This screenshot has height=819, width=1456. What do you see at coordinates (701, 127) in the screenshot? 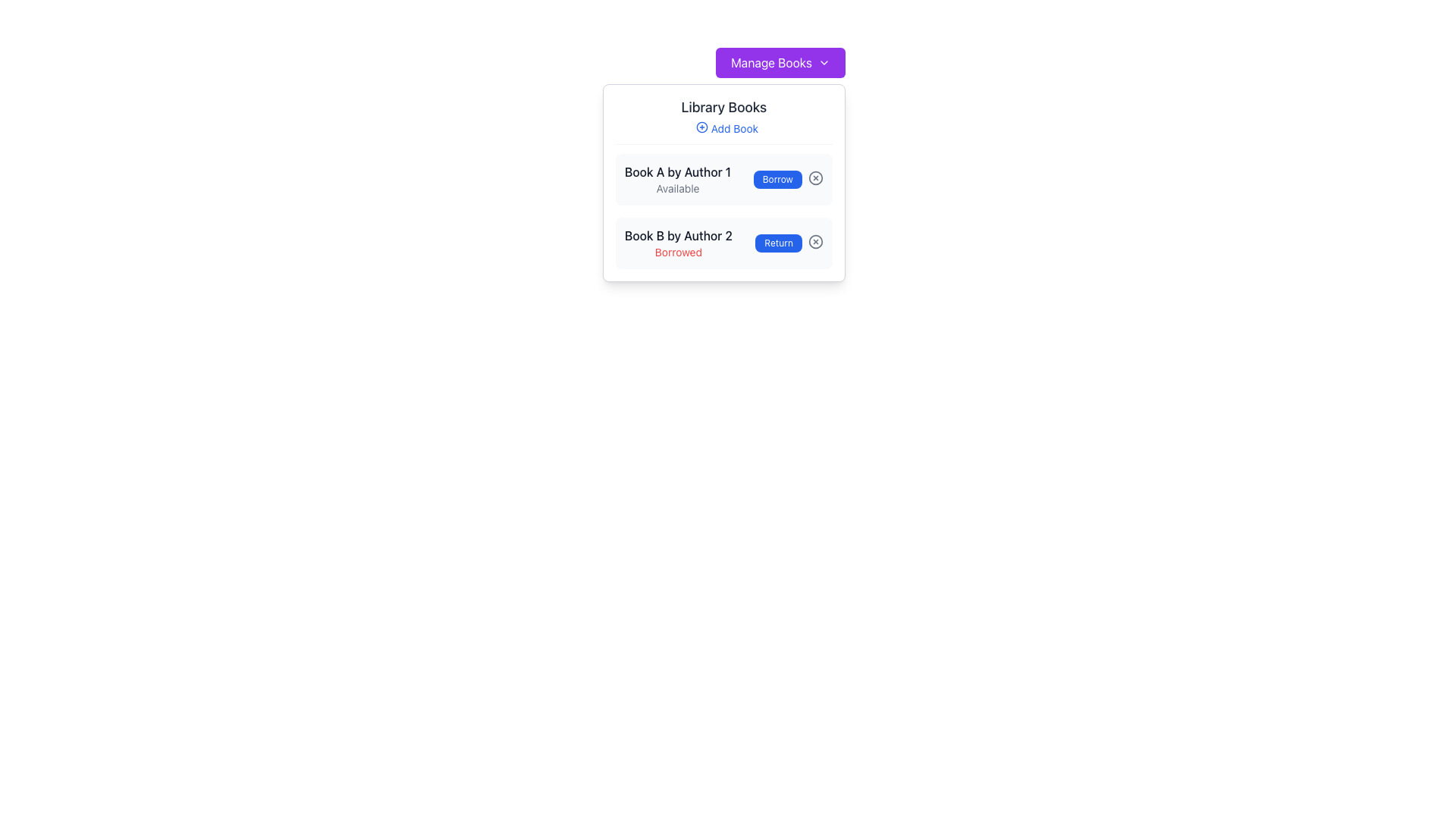
I see `the icon that indicates the possibility of adding a book, located to the immediate left of the 'Add Book' label in the 'Library Books' dialog box` at bounding box center [701, 127].